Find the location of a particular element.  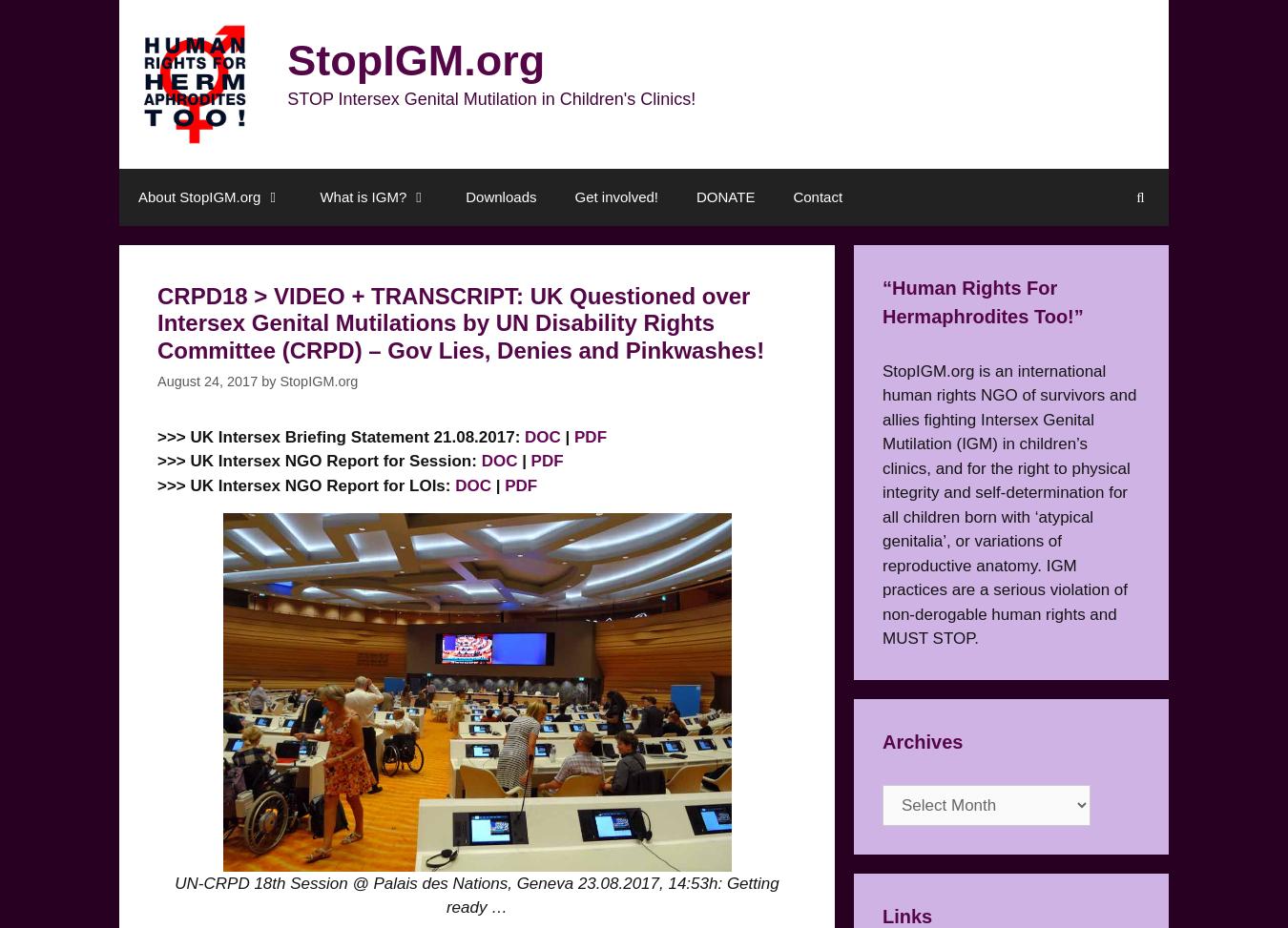

'STOP Intersex Genital Mutilation in Children's Clinics!' is located at coordinates (490, 98).